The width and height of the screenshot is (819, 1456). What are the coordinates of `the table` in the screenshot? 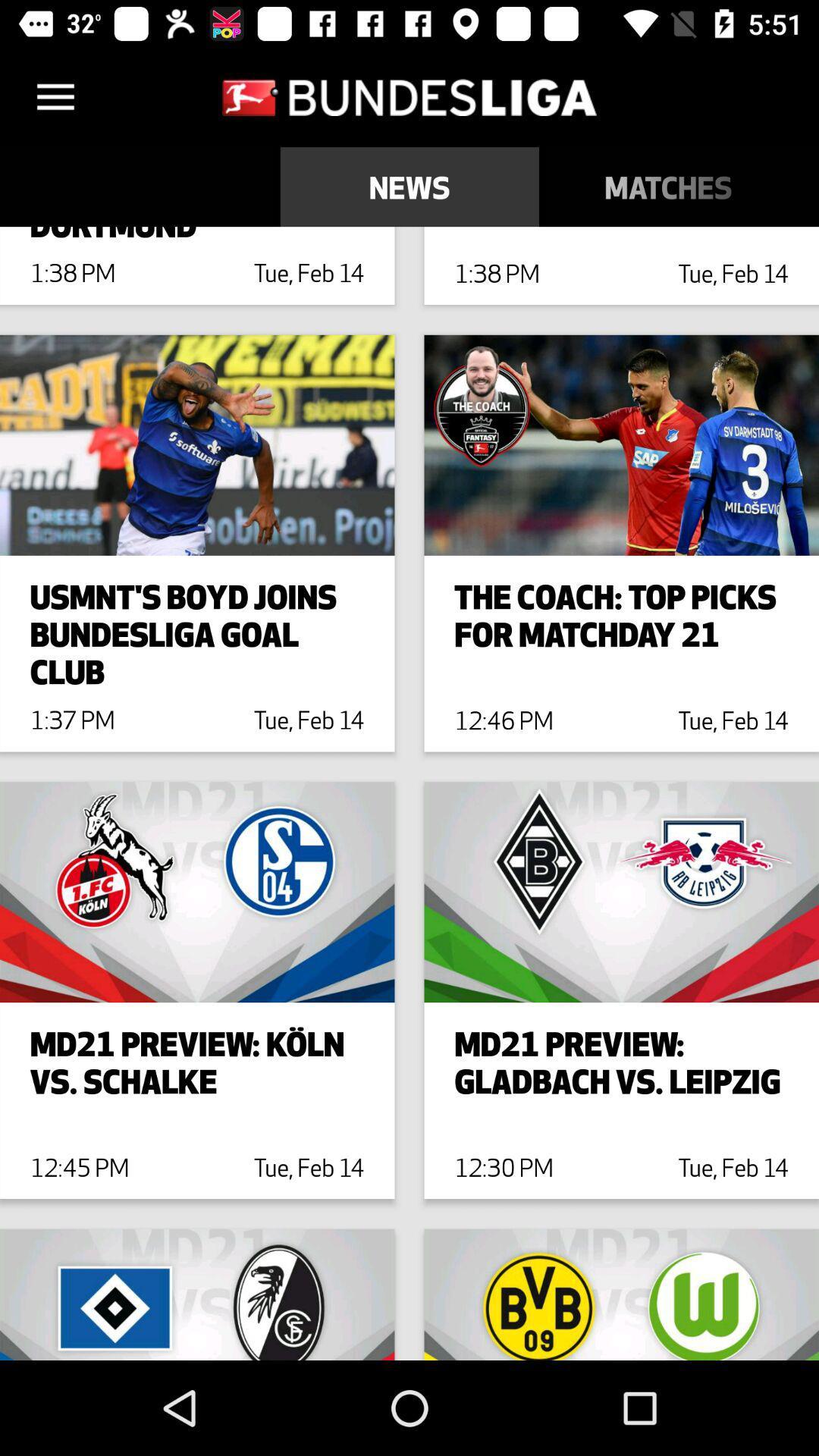 It's located at (808, 186).